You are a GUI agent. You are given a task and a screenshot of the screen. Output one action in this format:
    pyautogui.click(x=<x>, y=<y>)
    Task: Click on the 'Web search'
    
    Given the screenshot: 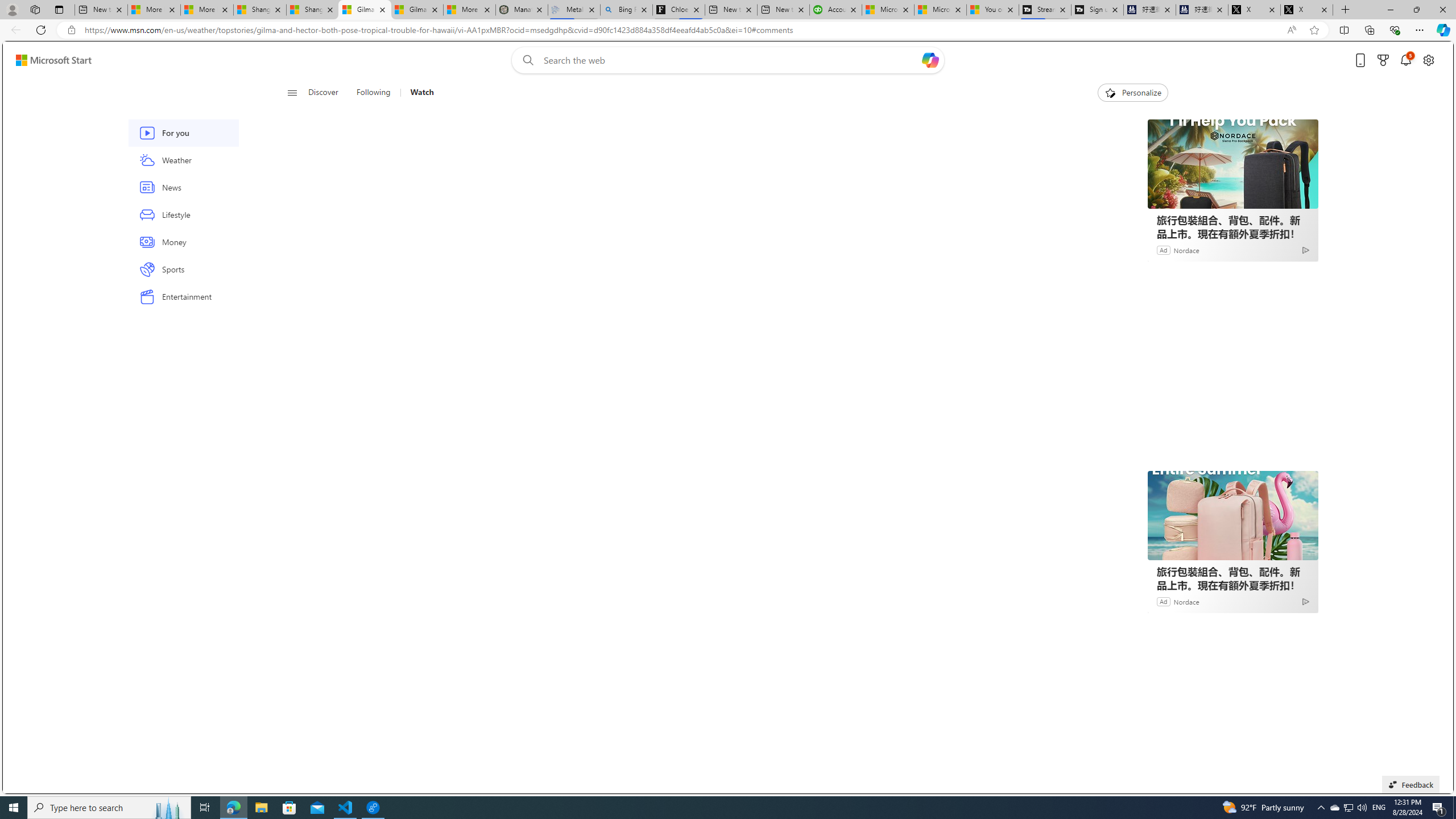 What is the action you would take?
    pyautogui.click(x=526, y=60)
    